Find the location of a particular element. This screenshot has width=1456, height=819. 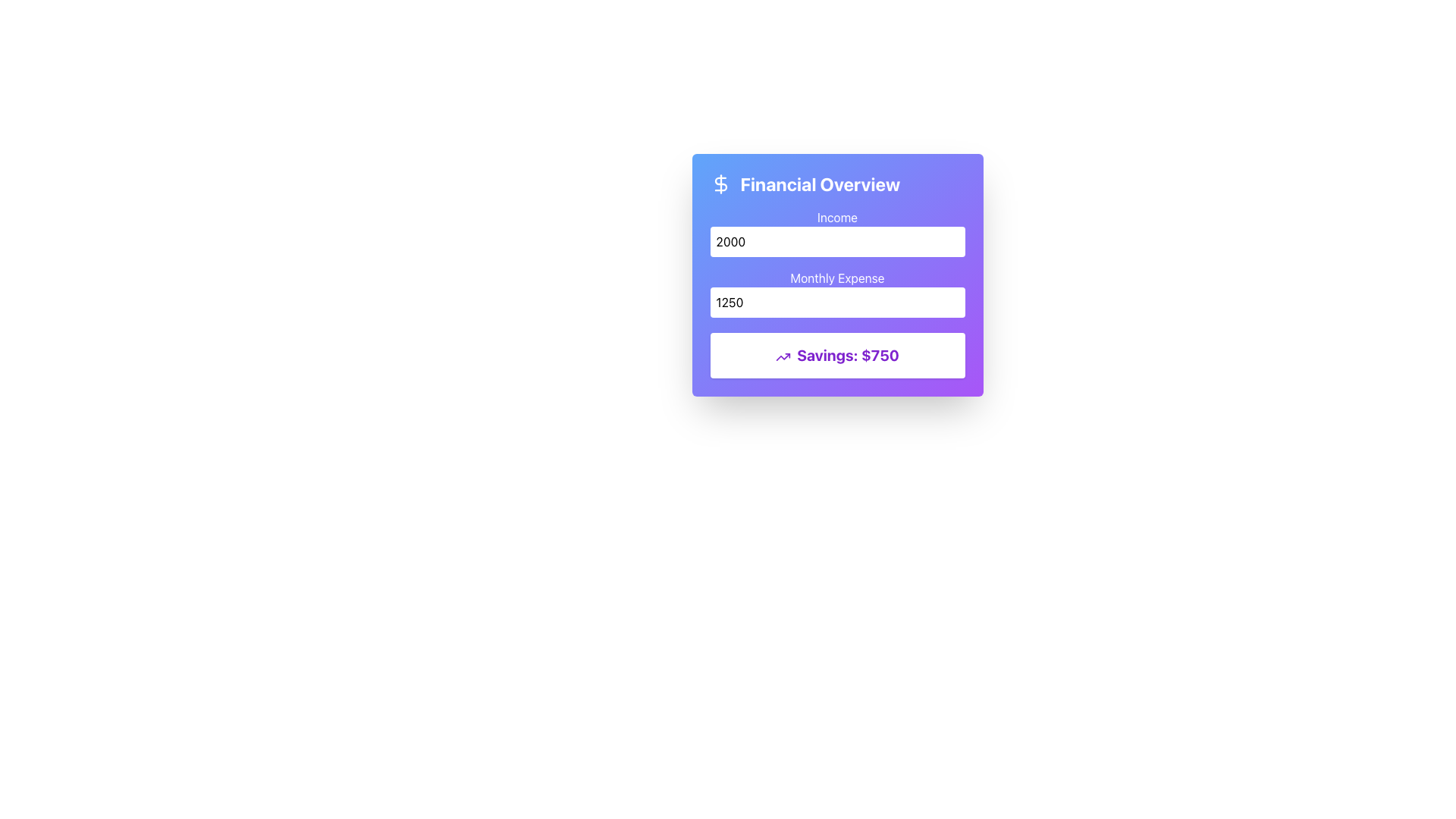

the text label that reads 'Monthly Expense', which is styled with white text on a purple gradient background and positioned above the numeric input field is located at coordinates (836, 278).